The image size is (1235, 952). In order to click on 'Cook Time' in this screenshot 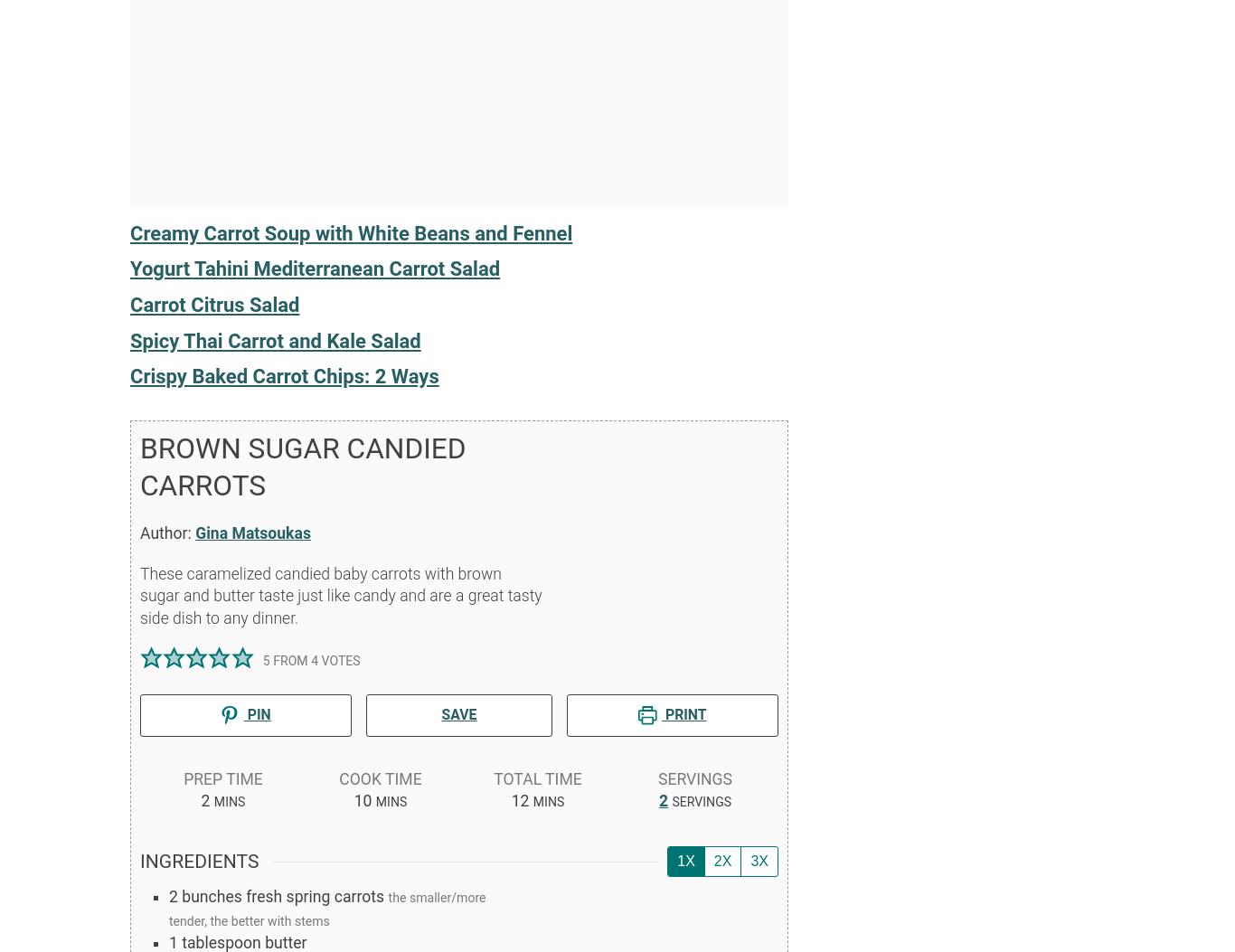, I will do `click(337, 778)`.